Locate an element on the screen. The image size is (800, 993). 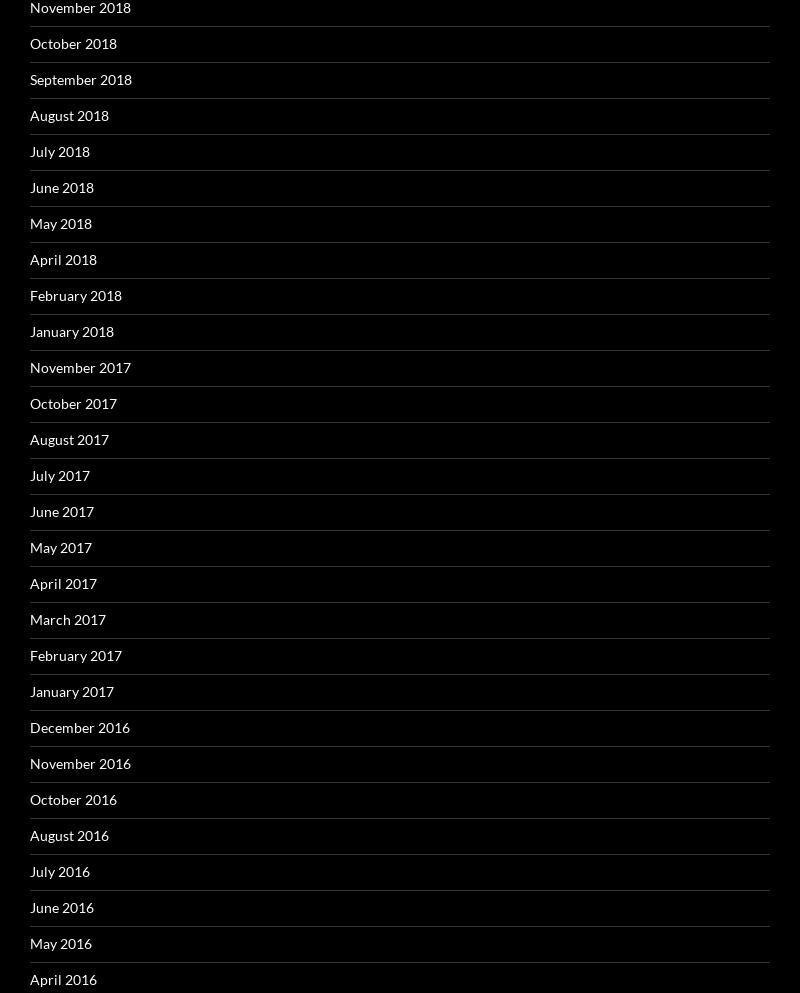
'June 2018' is located at coordinates (61, 185).